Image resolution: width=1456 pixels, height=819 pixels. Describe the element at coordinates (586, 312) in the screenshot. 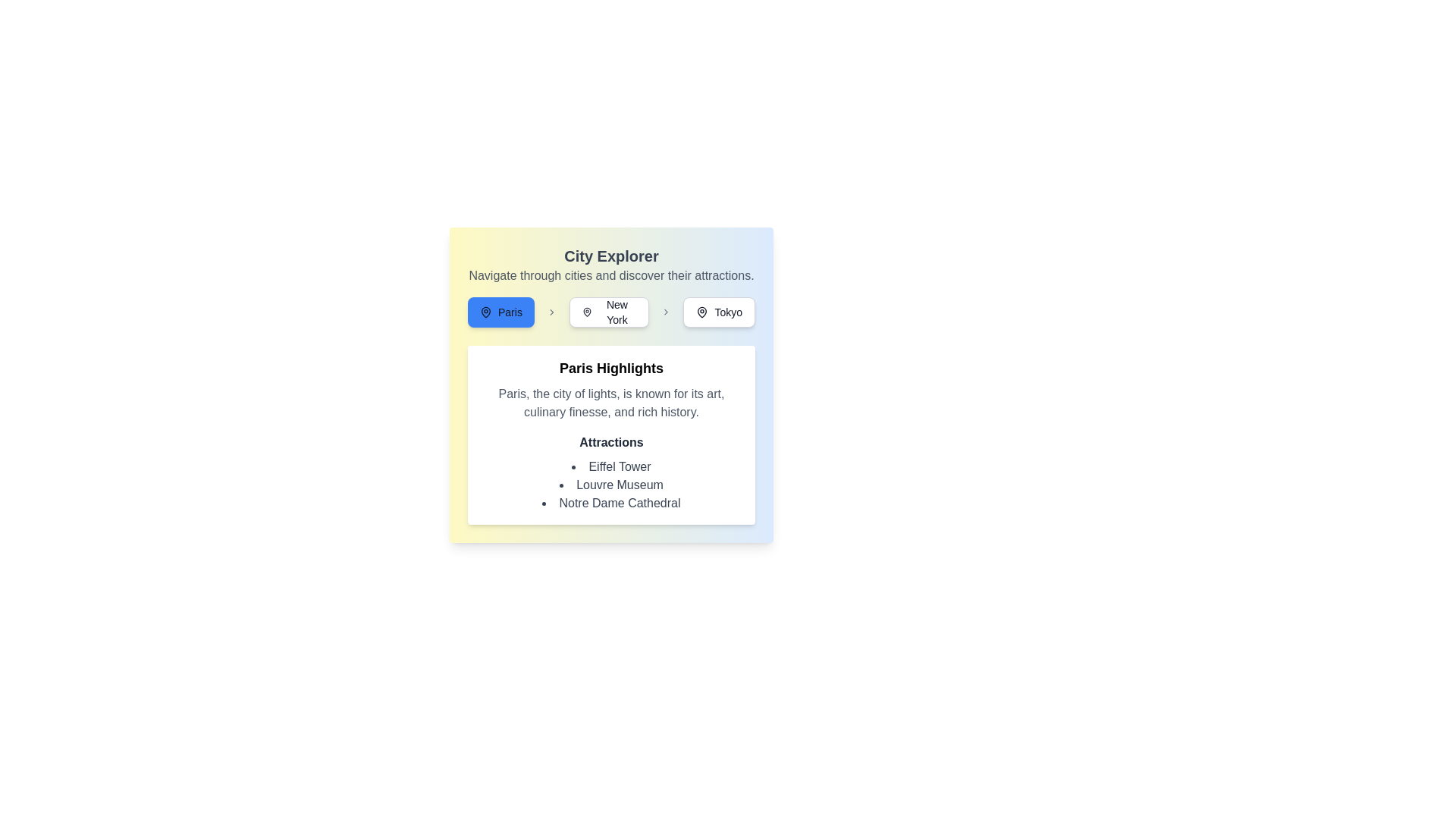

I see `the decorative vector graphic icon resembling a pin or location mark within the 'Paris' button located at the top left section of the card` at that location.